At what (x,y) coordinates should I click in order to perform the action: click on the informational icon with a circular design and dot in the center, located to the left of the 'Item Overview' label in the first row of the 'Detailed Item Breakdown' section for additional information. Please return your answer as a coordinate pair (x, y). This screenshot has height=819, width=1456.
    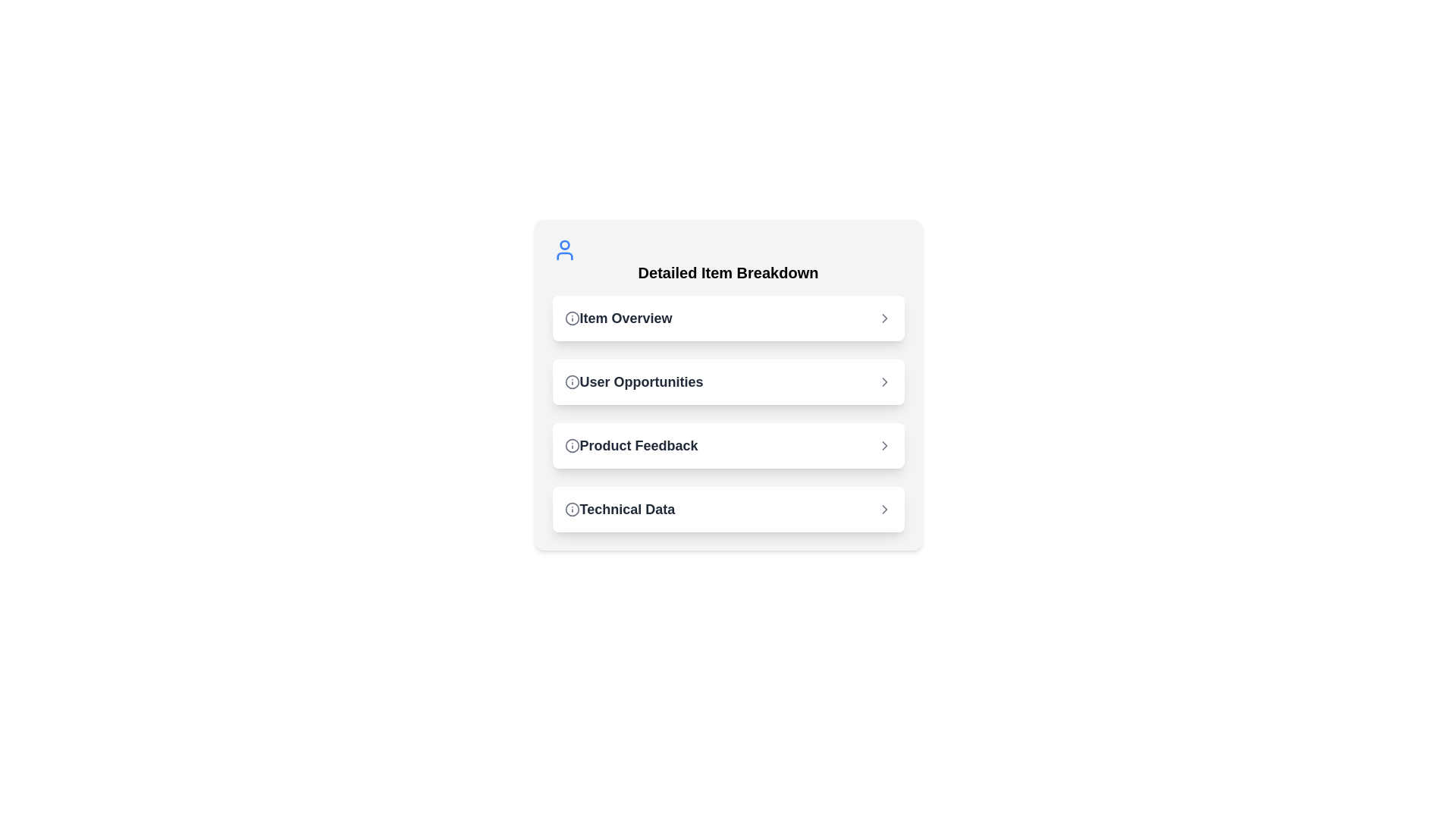
    Looking at the image, I should click on (571, 318).